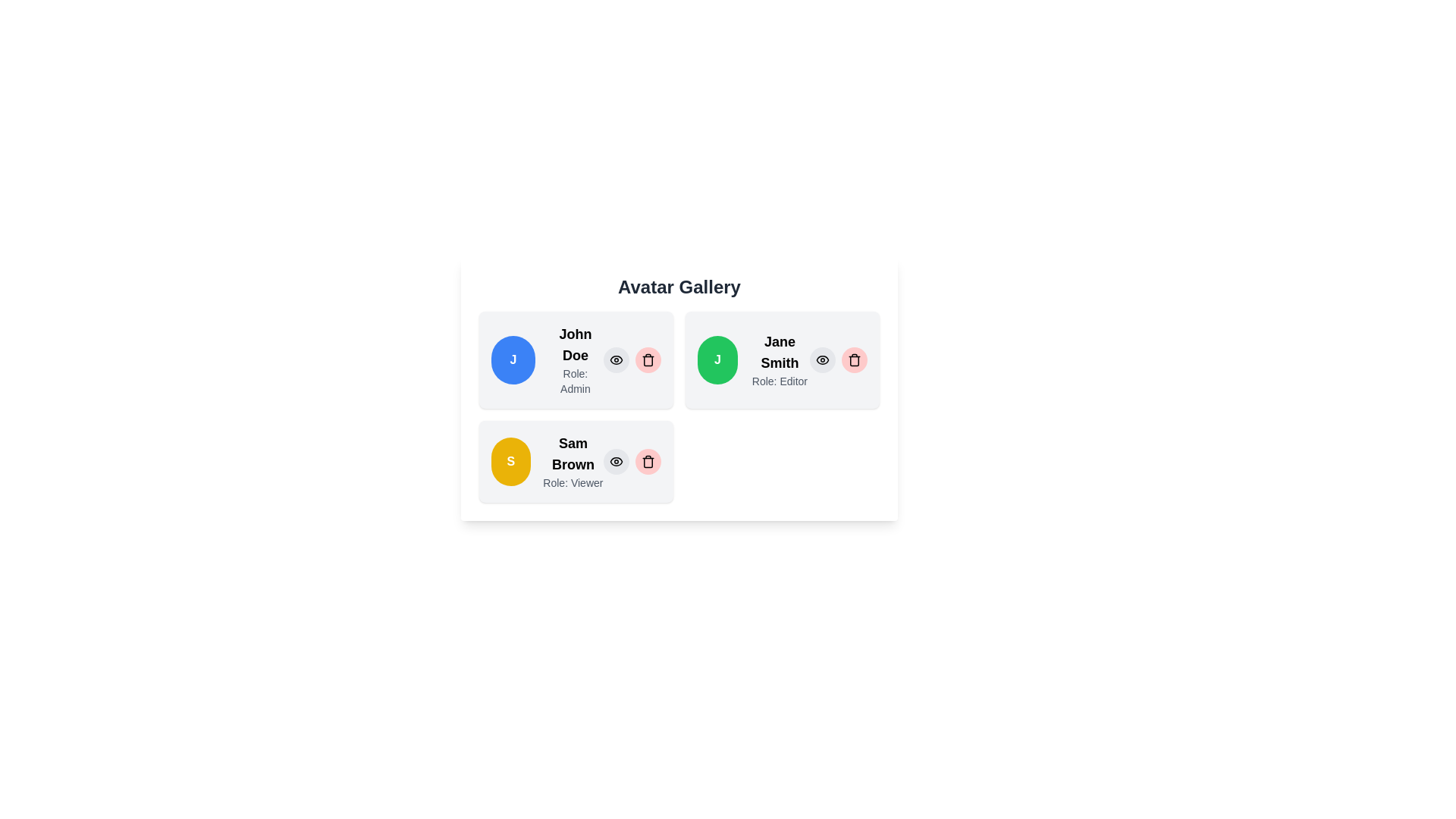  What do you see at coordinates (783, 359) in the screenshot?
I see `the informational tile displaying user information for 'Jane Smith' who is an 'Editor'` at bounding box center [783, 359].